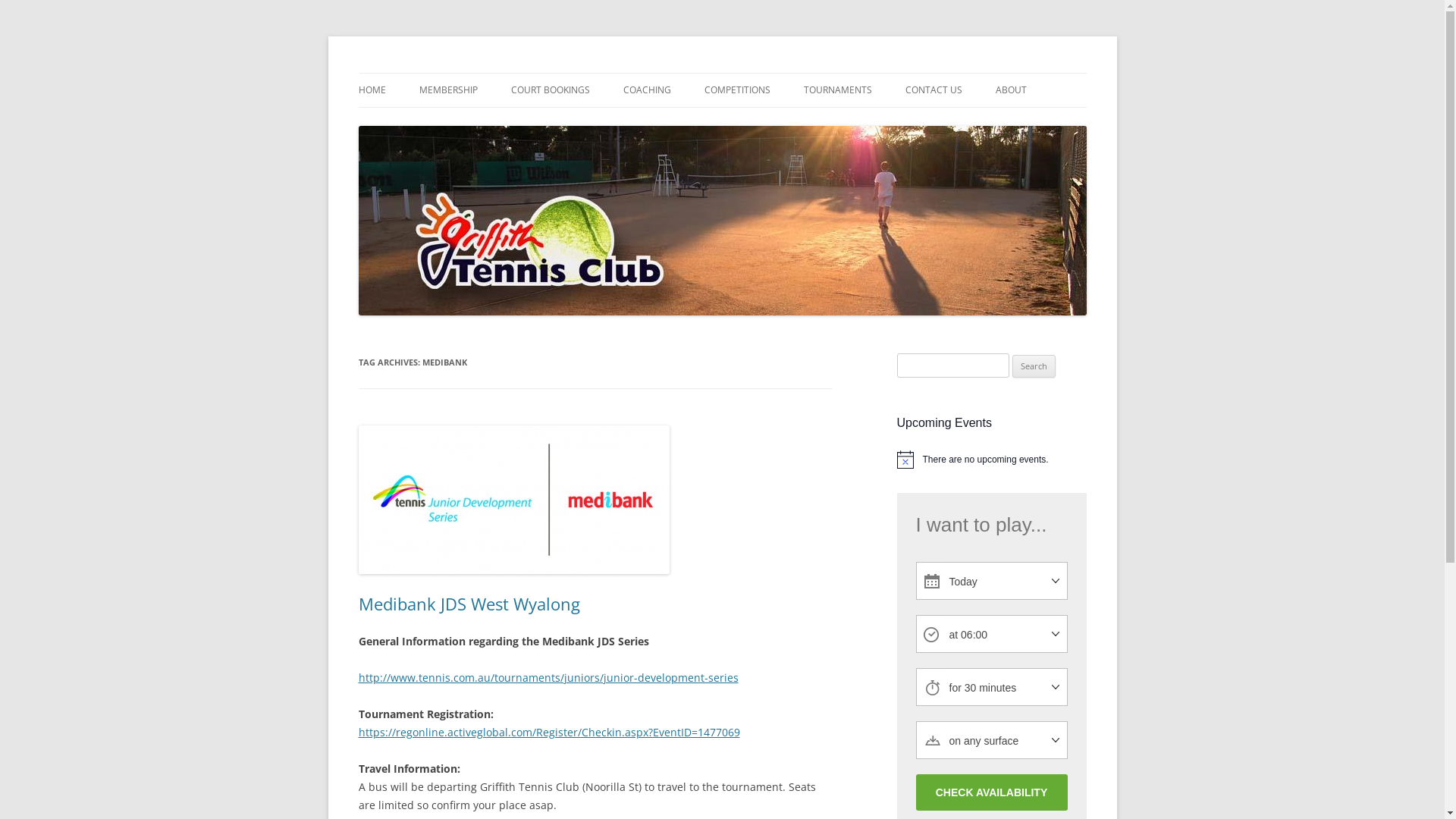 Image resolution: width=1456 pixels, height=819 pixels. Describe the element at coordinates (371, 90) in the screenshot. I see `'HOME'` at that location.